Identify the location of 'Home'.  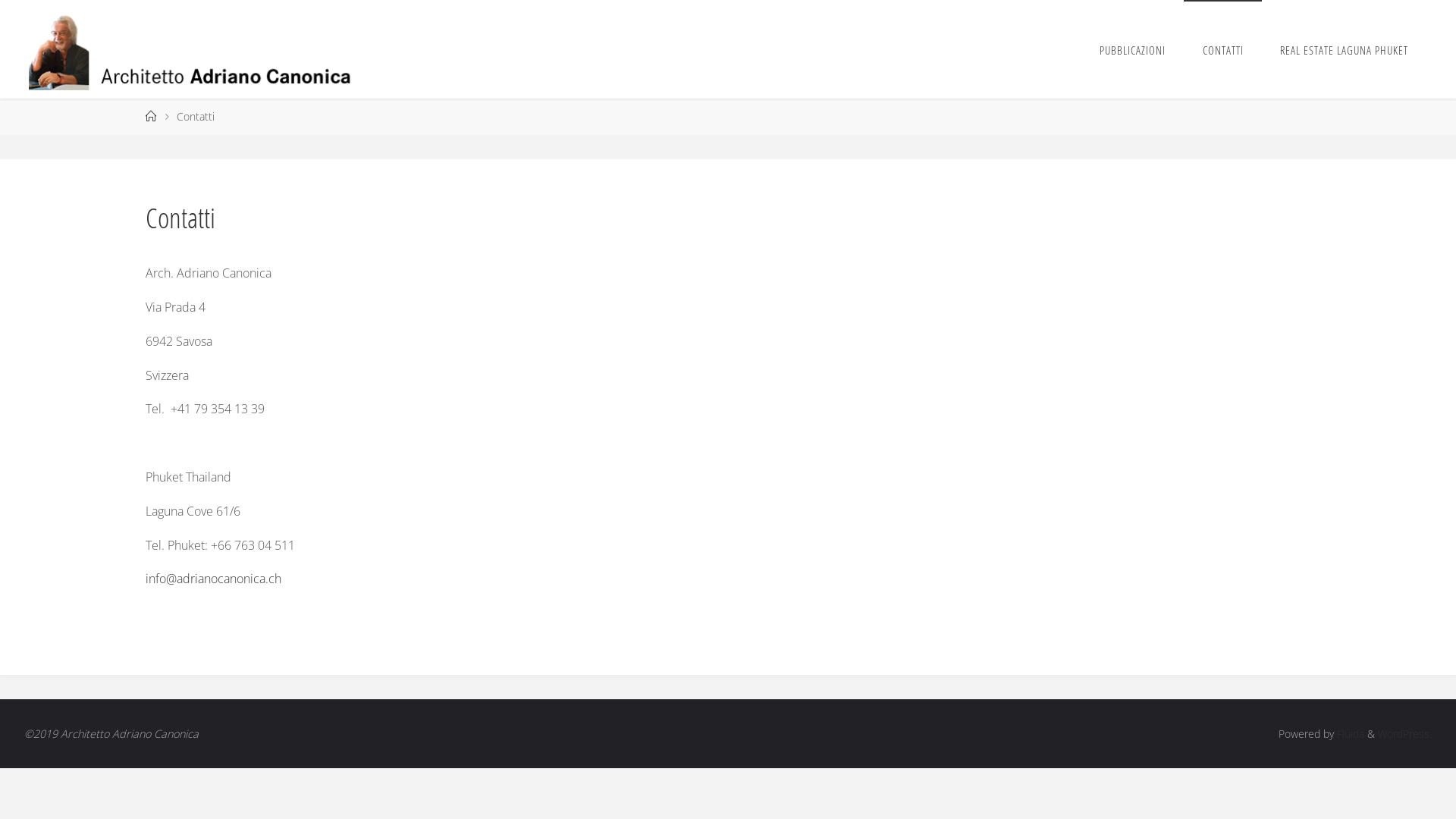
(150, 115).